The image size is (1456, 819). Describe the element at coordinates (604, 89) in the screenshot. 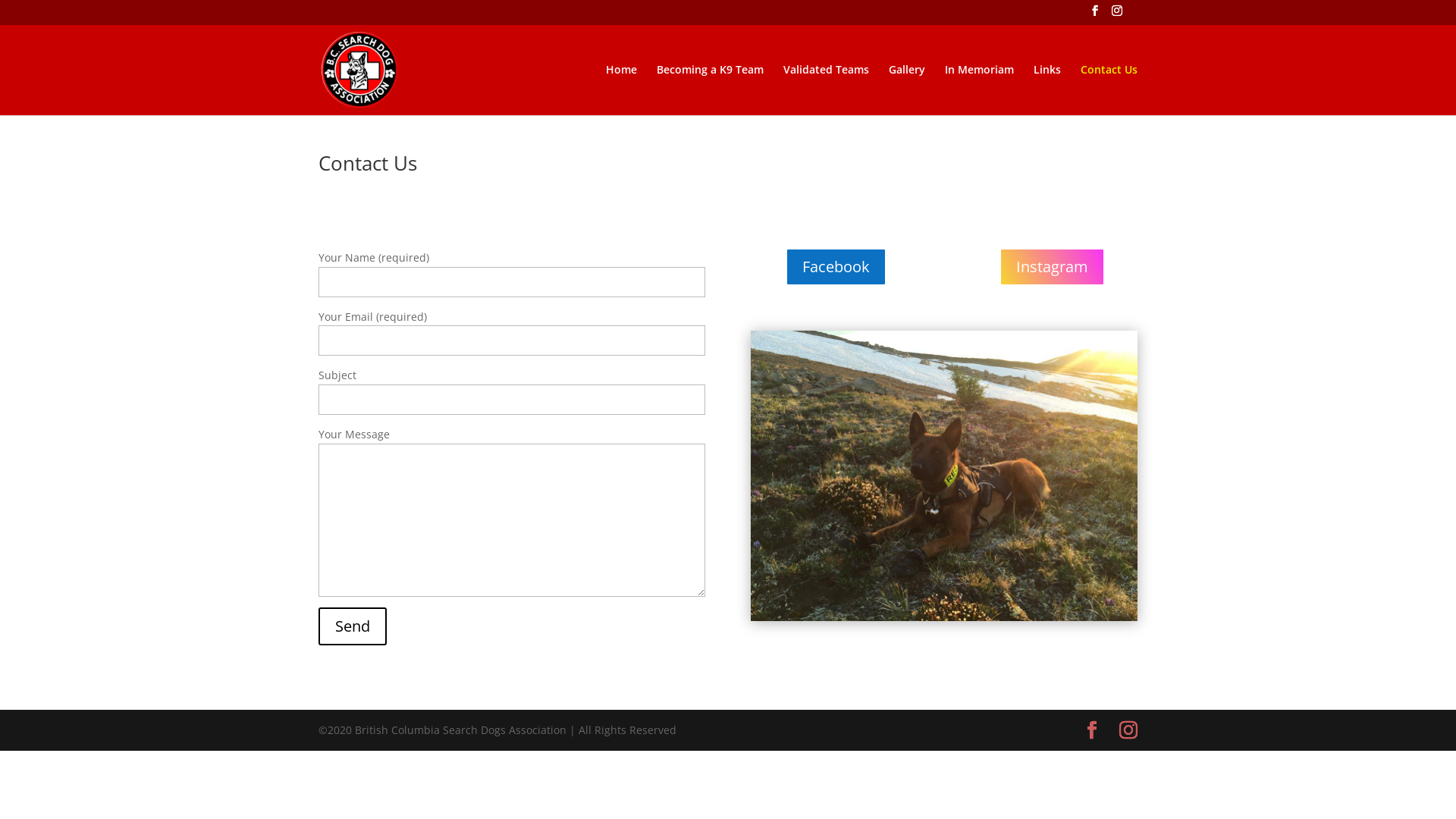

I see `'Home'` at that location.